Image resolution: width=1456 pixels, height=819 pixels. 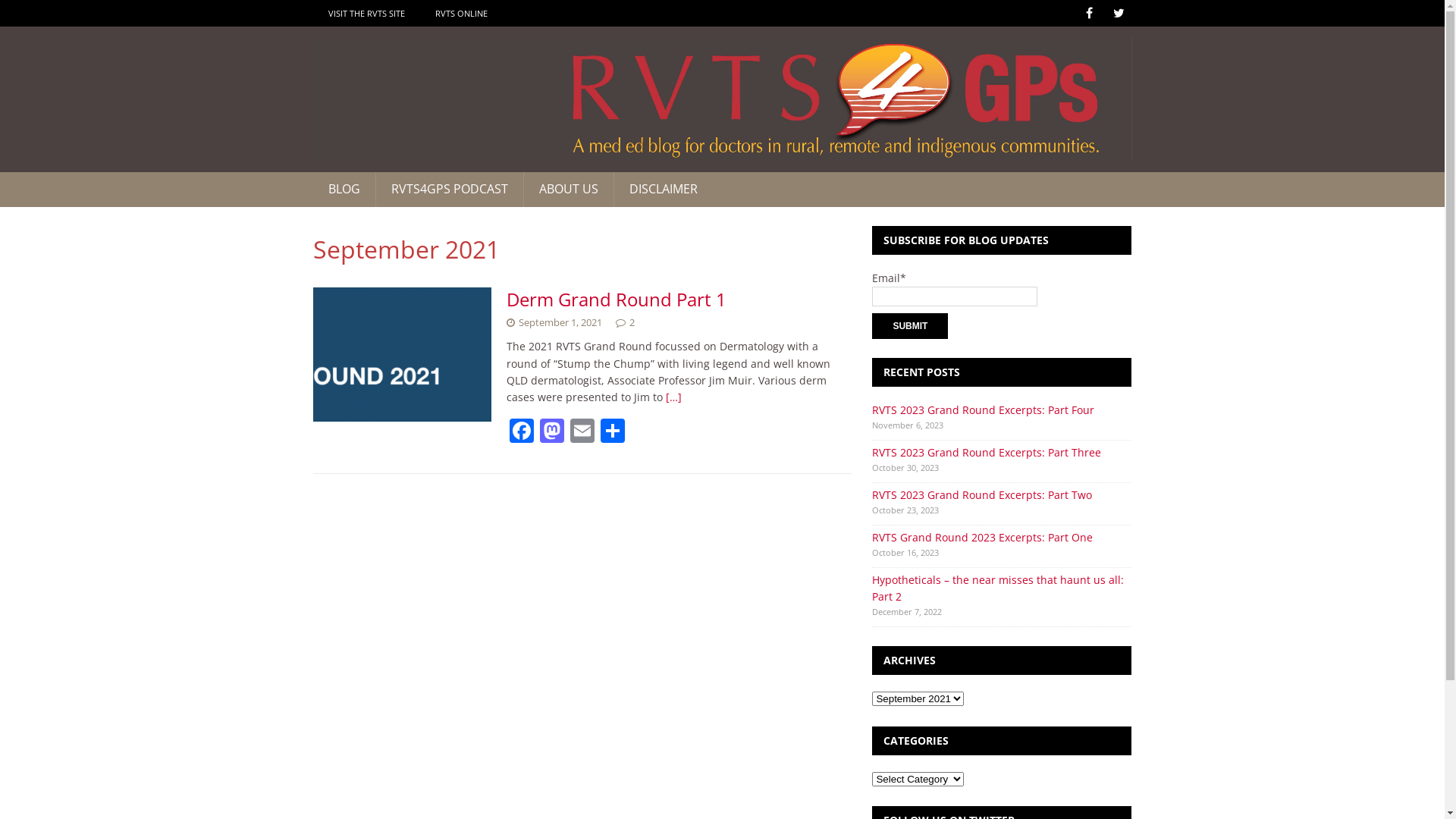 I want to click on 'Facebook', so click(x=521, y=432).